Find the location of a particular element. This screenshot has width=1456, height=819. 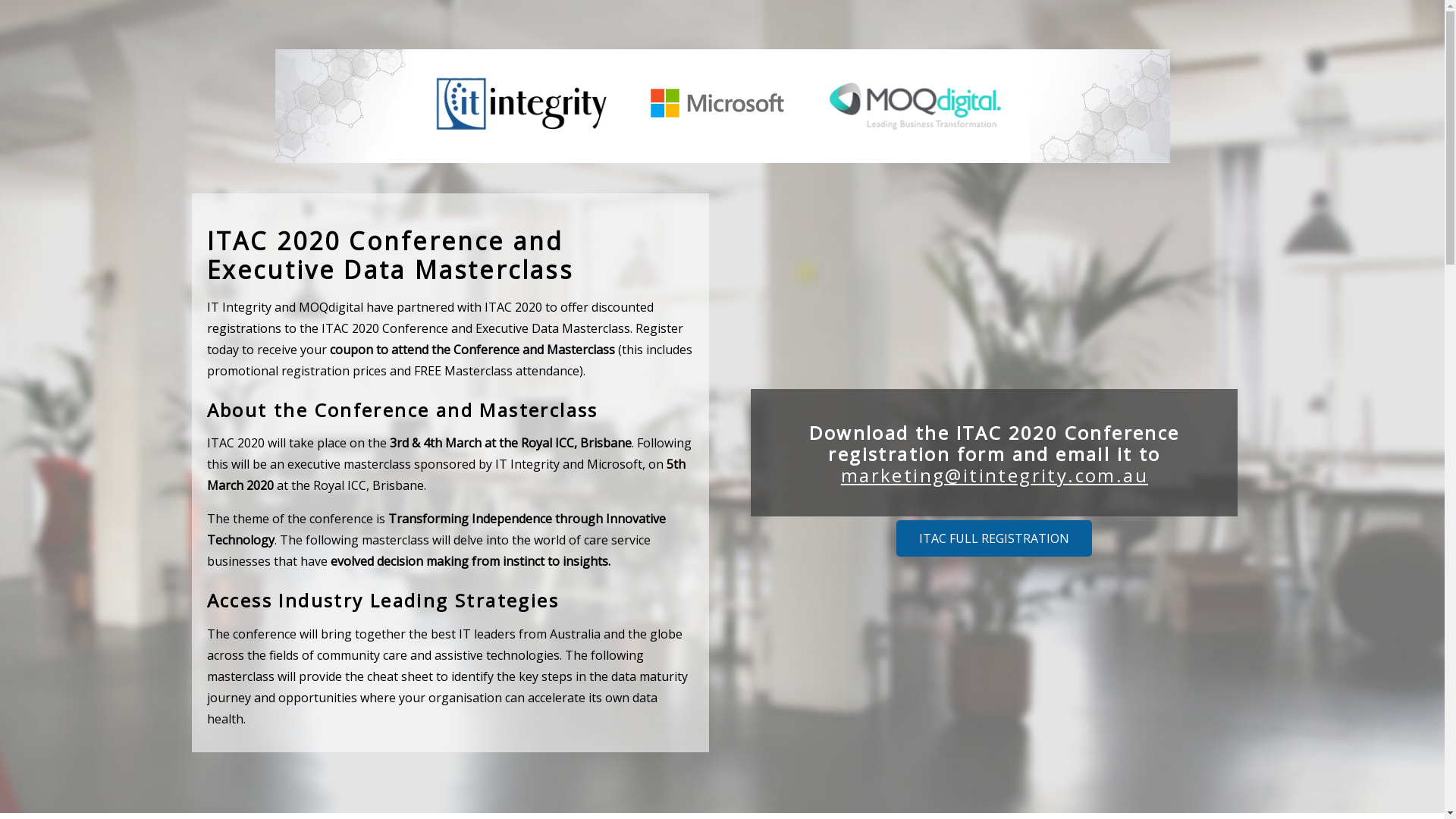

'marketing@itintegrity.com.au' is located at coordinates (994, 474).